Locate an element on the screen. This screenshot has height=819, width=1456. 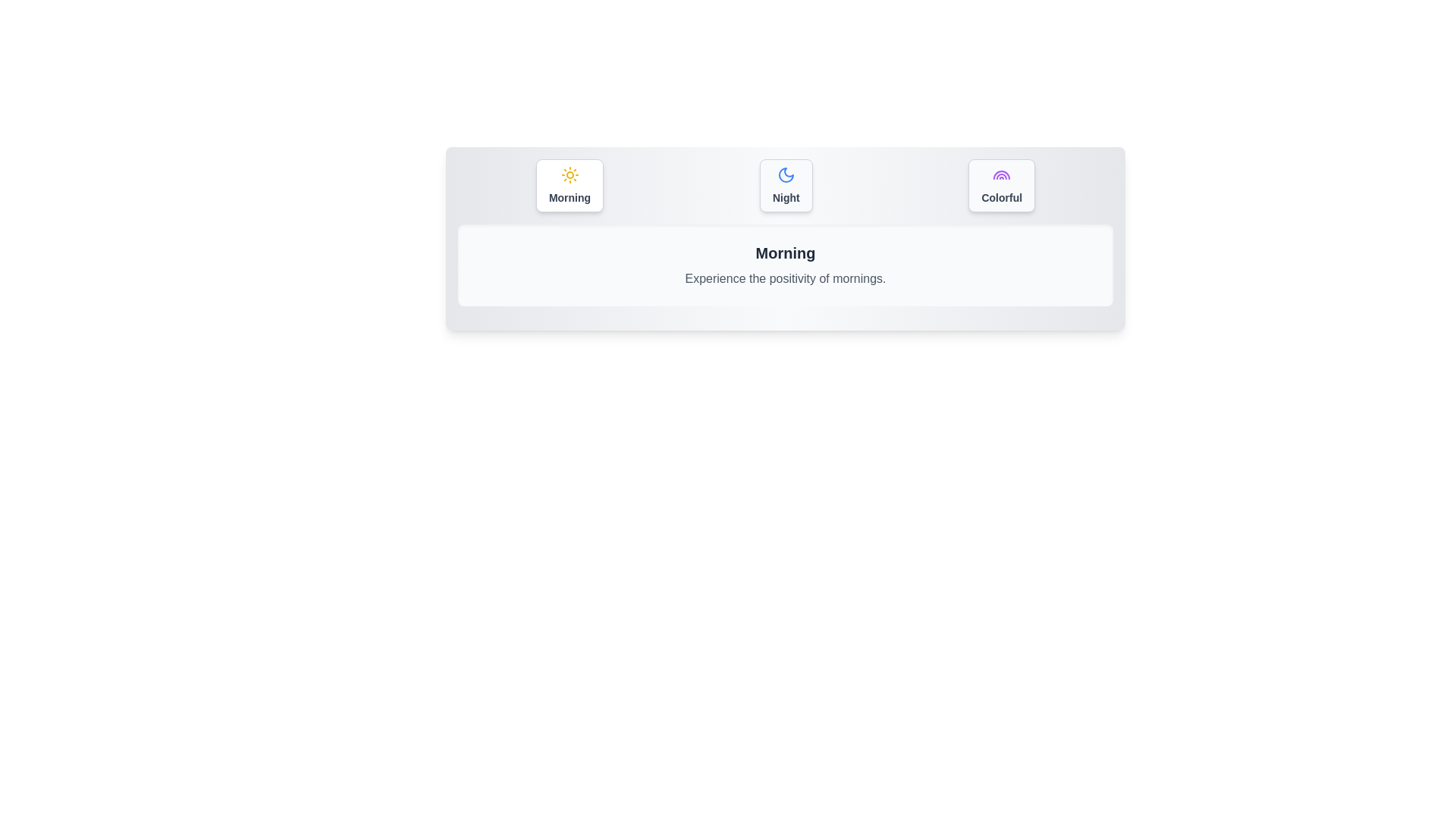
the tab button labeled 'Colorful' to switch to that tab is located at coordinates (1002, 185).